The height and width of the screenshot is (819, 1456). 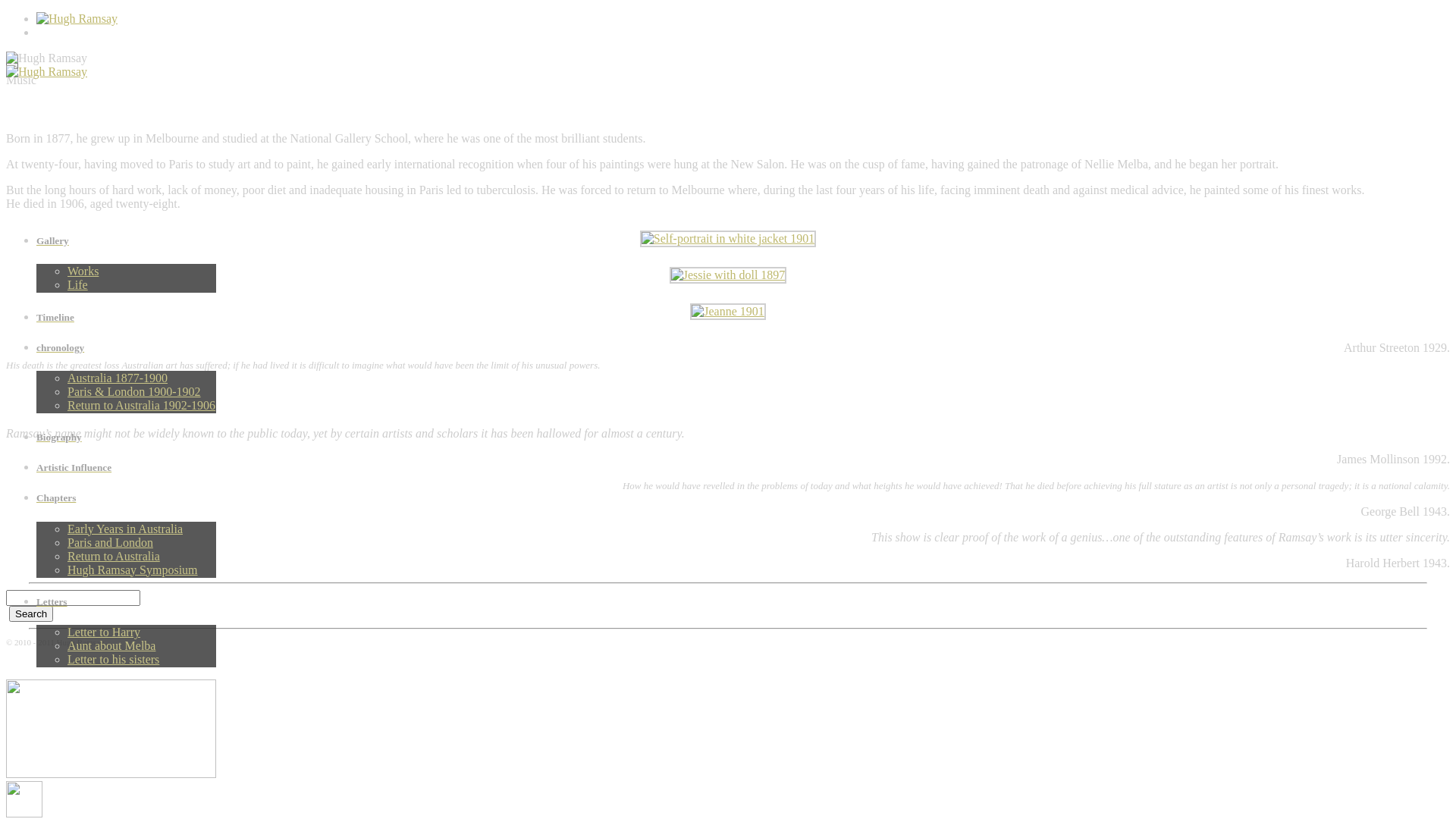 I want to click on 'Hugh Ramsay', so click(x=46, y=72).